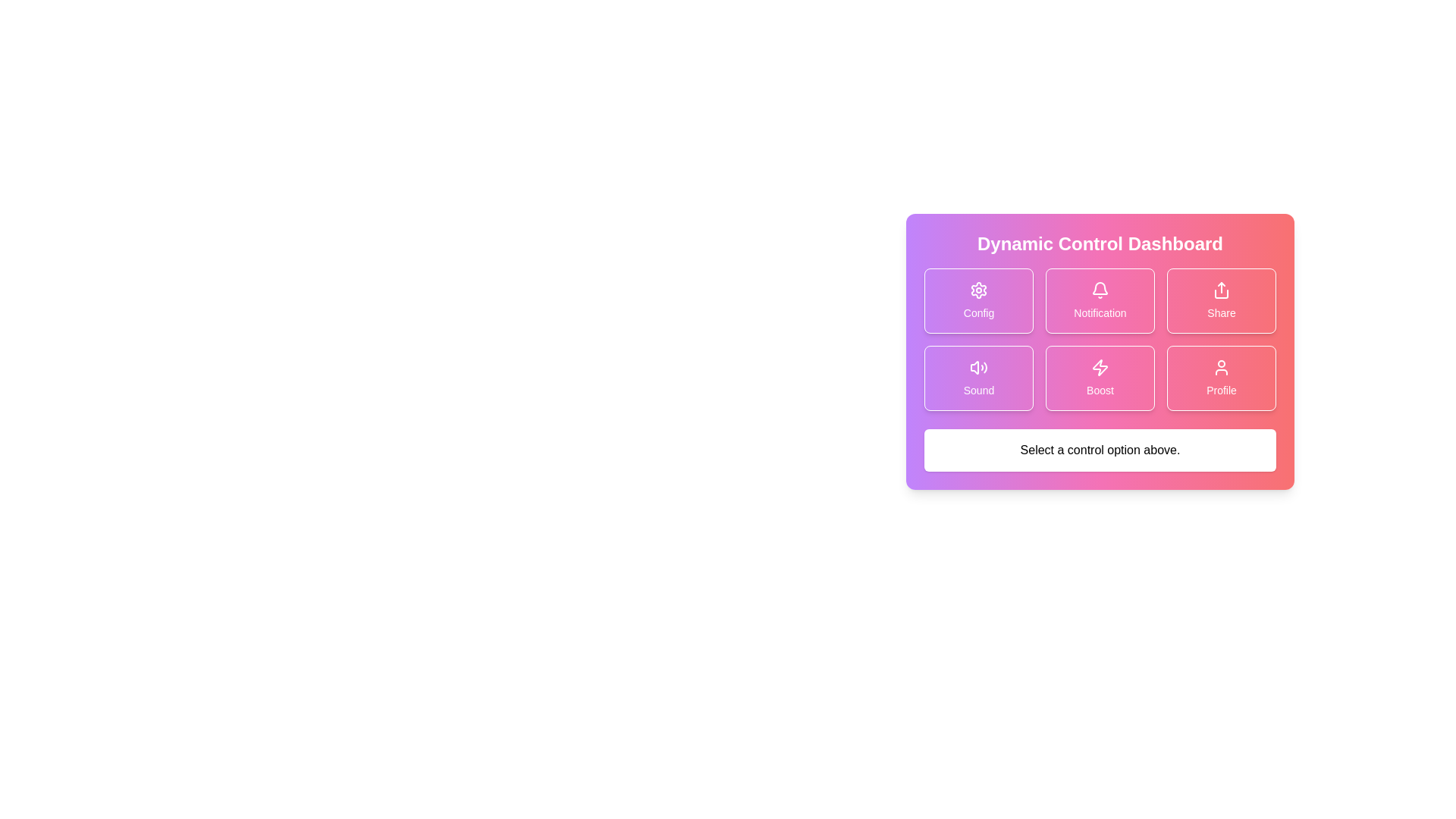 The width and height of the screenshot is (1456, 819). I want to click on the 'Config' button located in the top-left corner of the grid layout, so click(979, 301).